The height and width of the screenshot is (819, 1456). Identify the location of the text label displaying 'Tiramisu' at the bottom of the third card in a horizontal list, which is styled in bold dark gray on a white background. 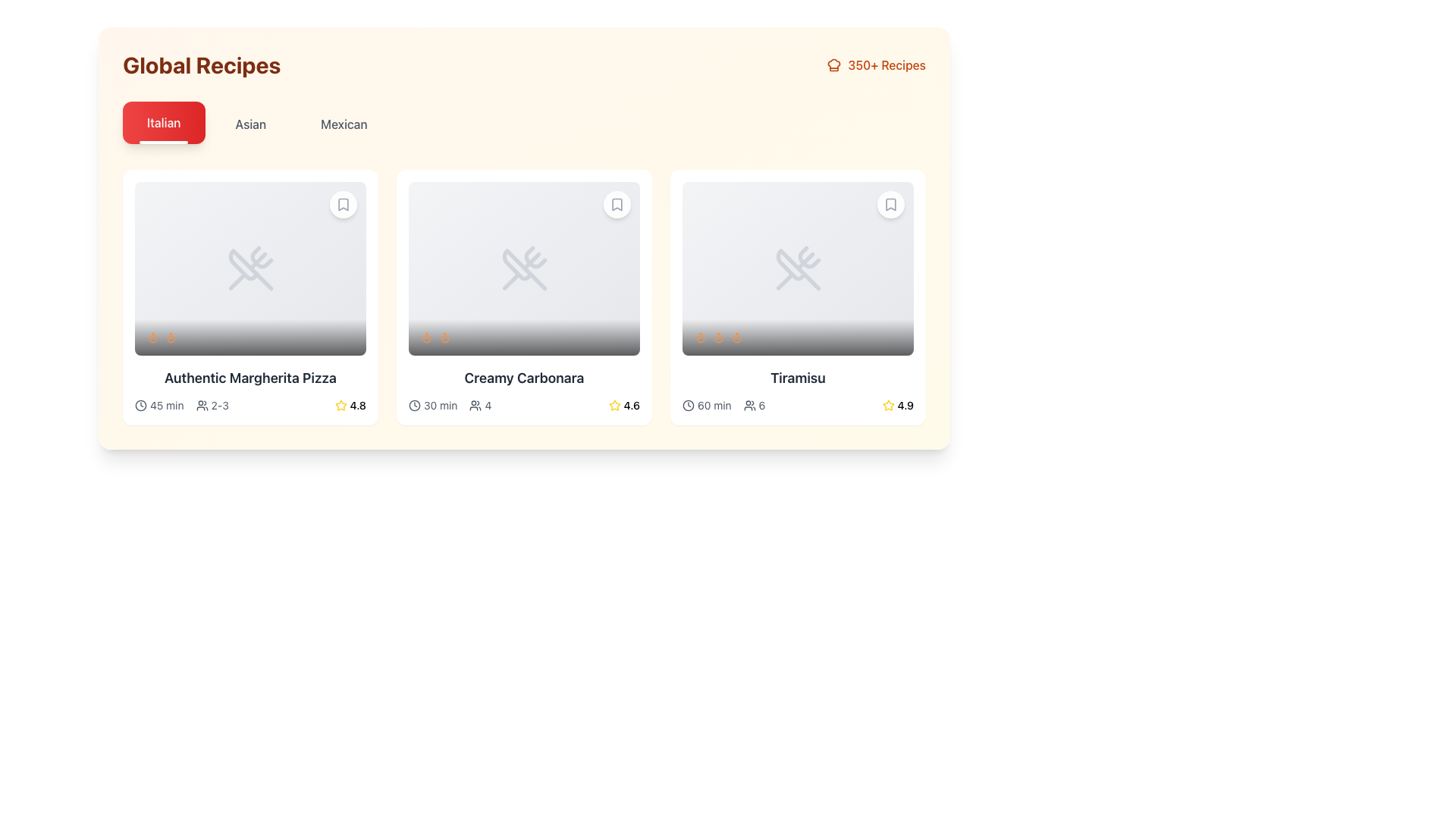
(797, 377).